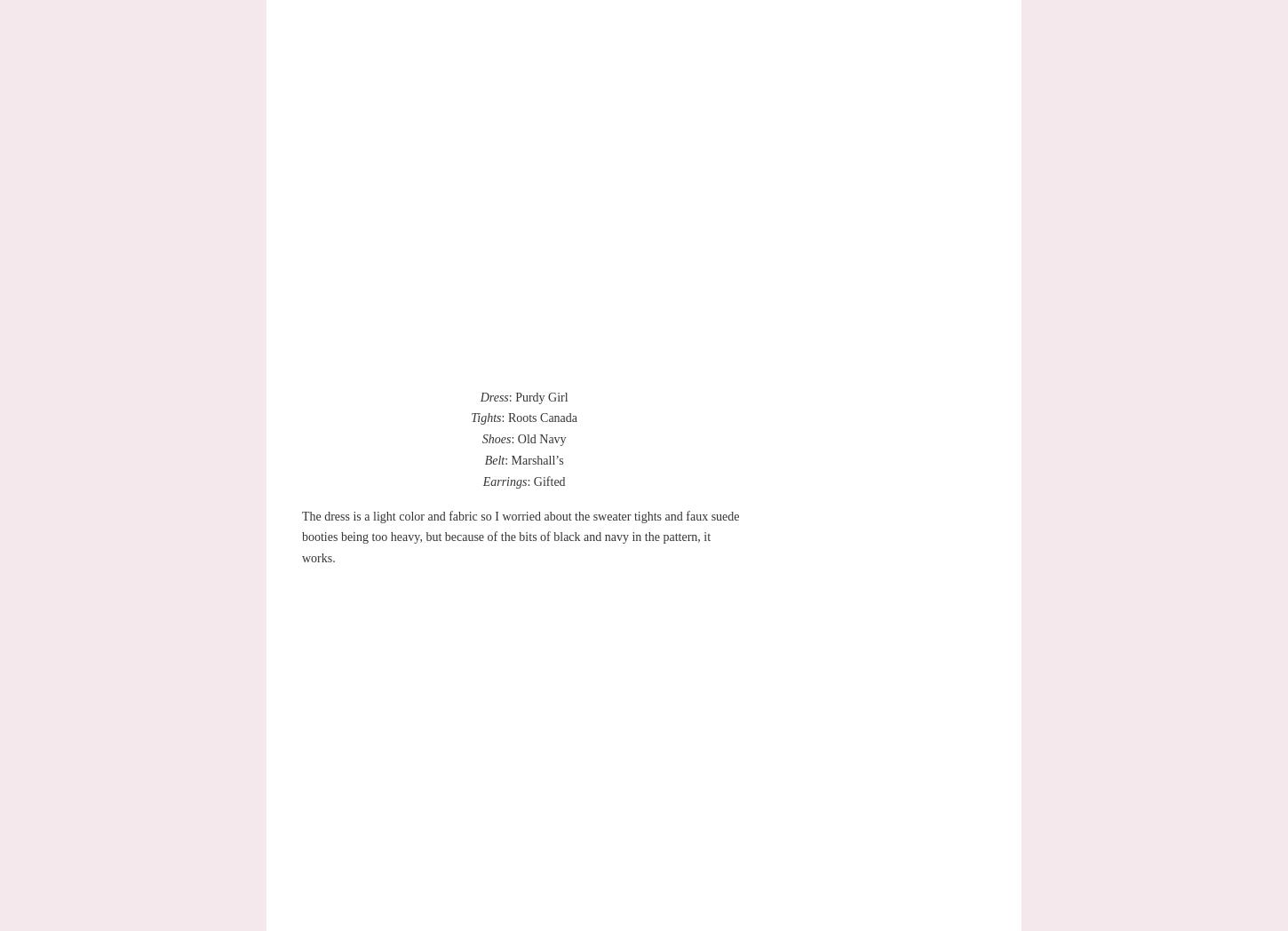 The height and width of the screenshot is (931, 1288). Describe the element at coordinates (496, 439) in the screenshot. I see `'Shoes'` at that location.